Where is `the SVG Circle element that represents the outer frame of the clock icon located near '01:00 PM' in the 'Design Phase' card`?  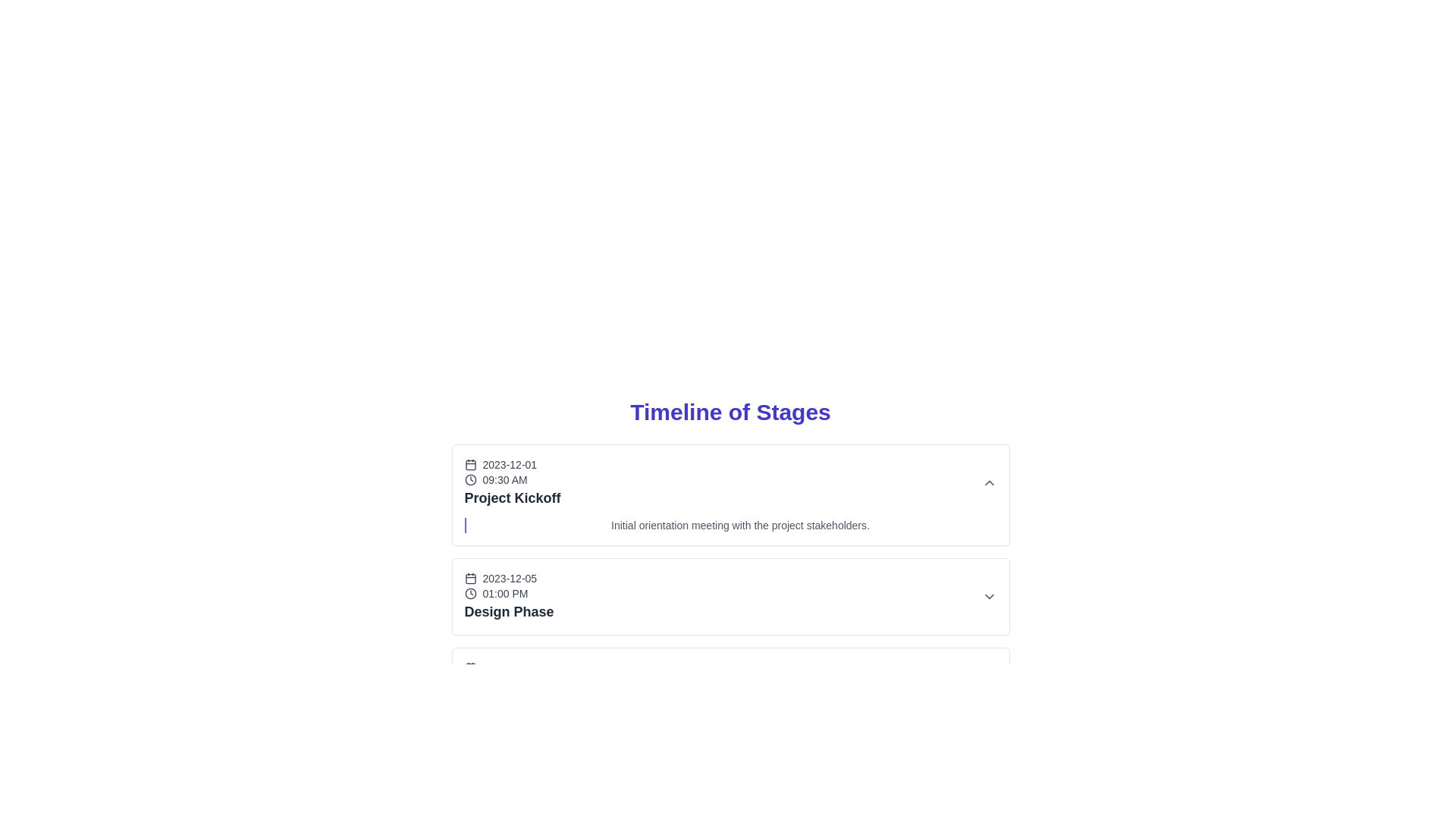
the SVG Circle element that represents the outer frame of the clock icon located near '01:00 PM' in the 'Design Phase' card is located at coordinates (469, 479).